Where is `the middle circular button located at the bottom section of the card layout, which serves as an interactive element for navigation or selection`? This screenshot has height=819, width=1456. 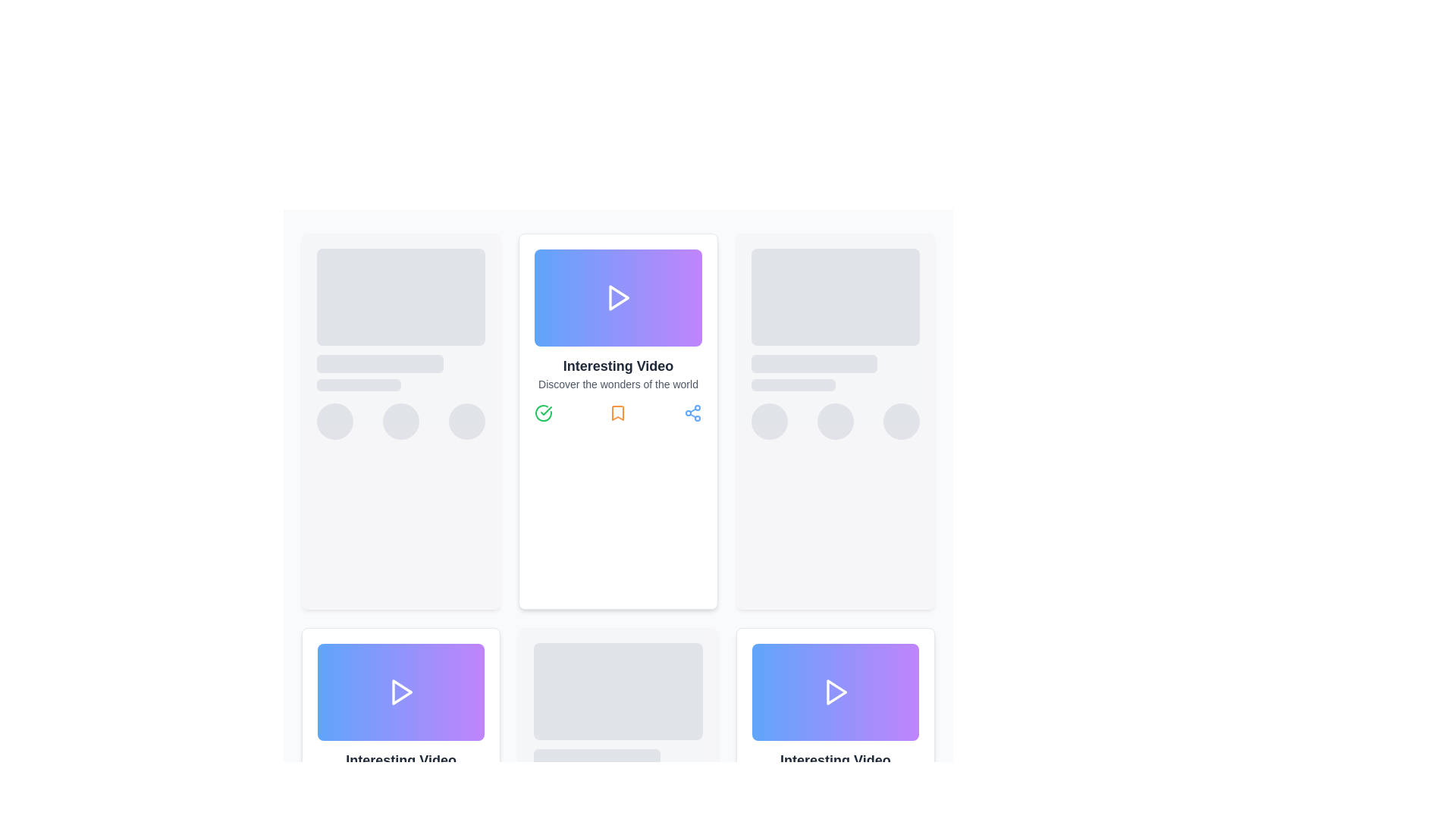 the middle circular button located at the bottom section of the card layout, which serves as an interactive element for navigation or selection is located at coordinates (401, 421).